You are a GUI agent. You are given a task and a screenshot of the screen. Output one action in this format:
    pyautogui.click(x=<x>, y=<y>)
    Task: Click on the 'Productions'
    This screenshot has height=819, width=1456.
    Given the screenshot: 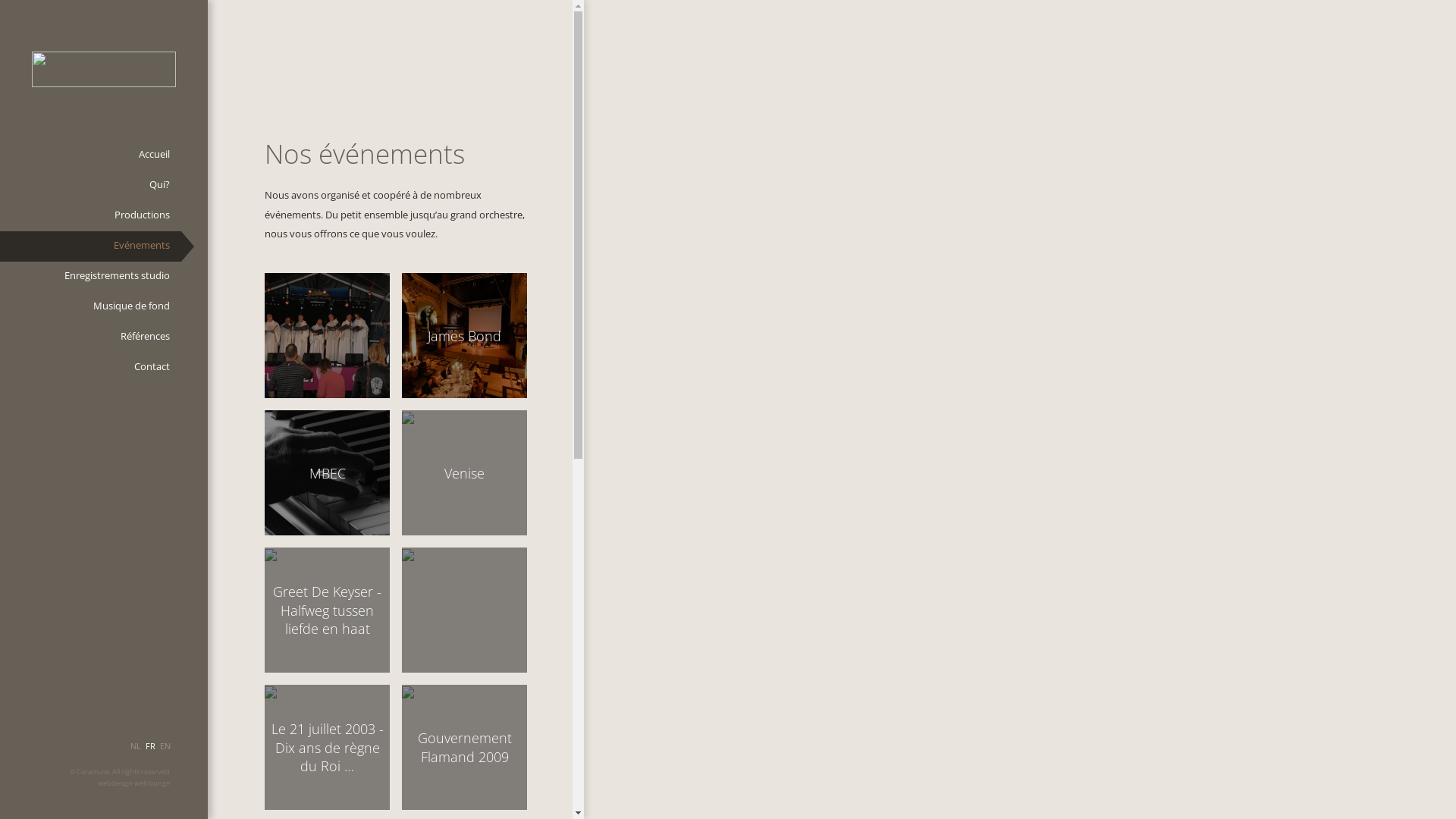 What is the action you would take?
    pyautogui.click(x=89, y=216)
    